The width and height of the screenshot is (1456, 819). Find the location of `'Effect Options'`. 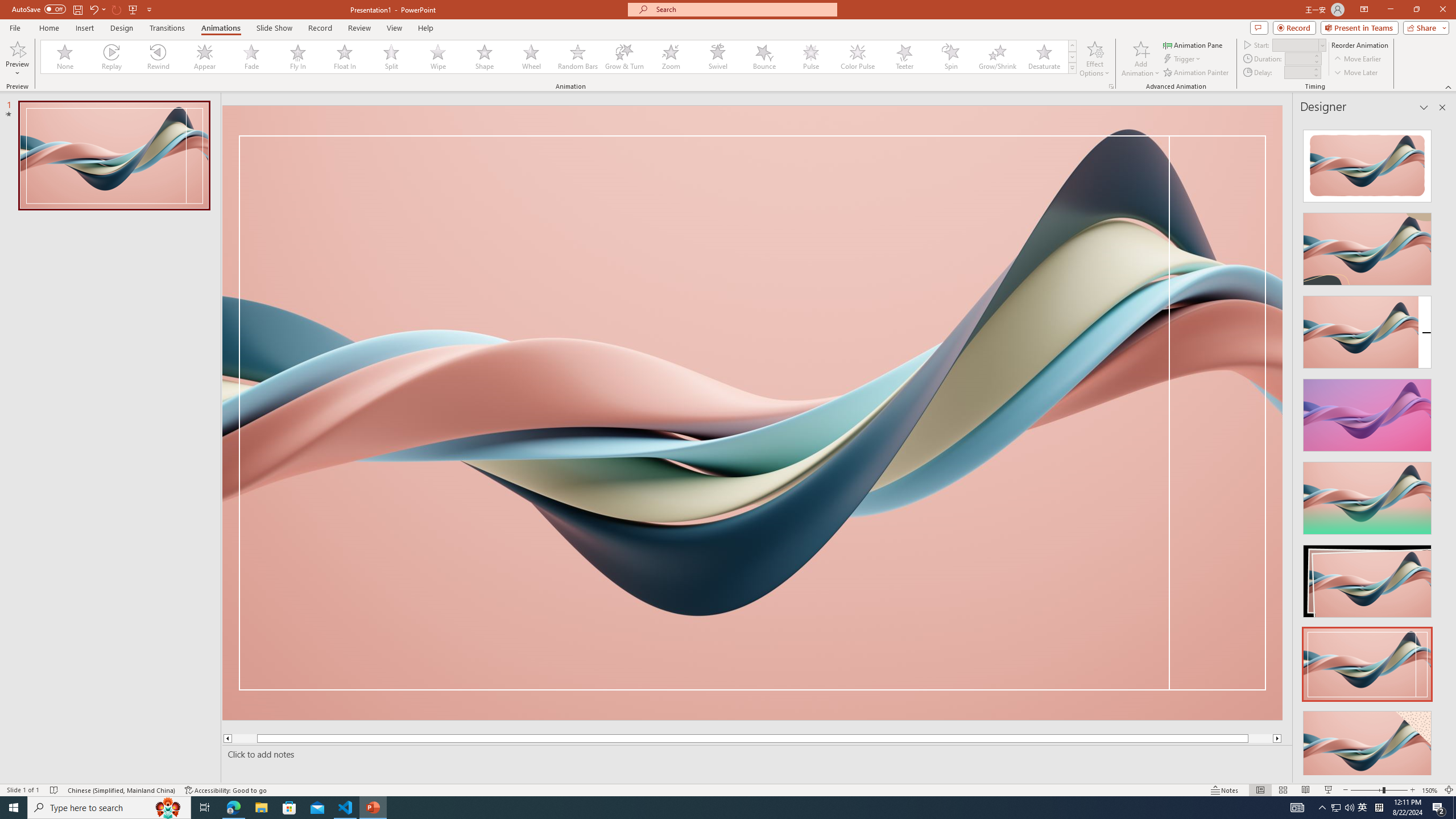

'Effect Options' is located at coordinates (1094, 59).